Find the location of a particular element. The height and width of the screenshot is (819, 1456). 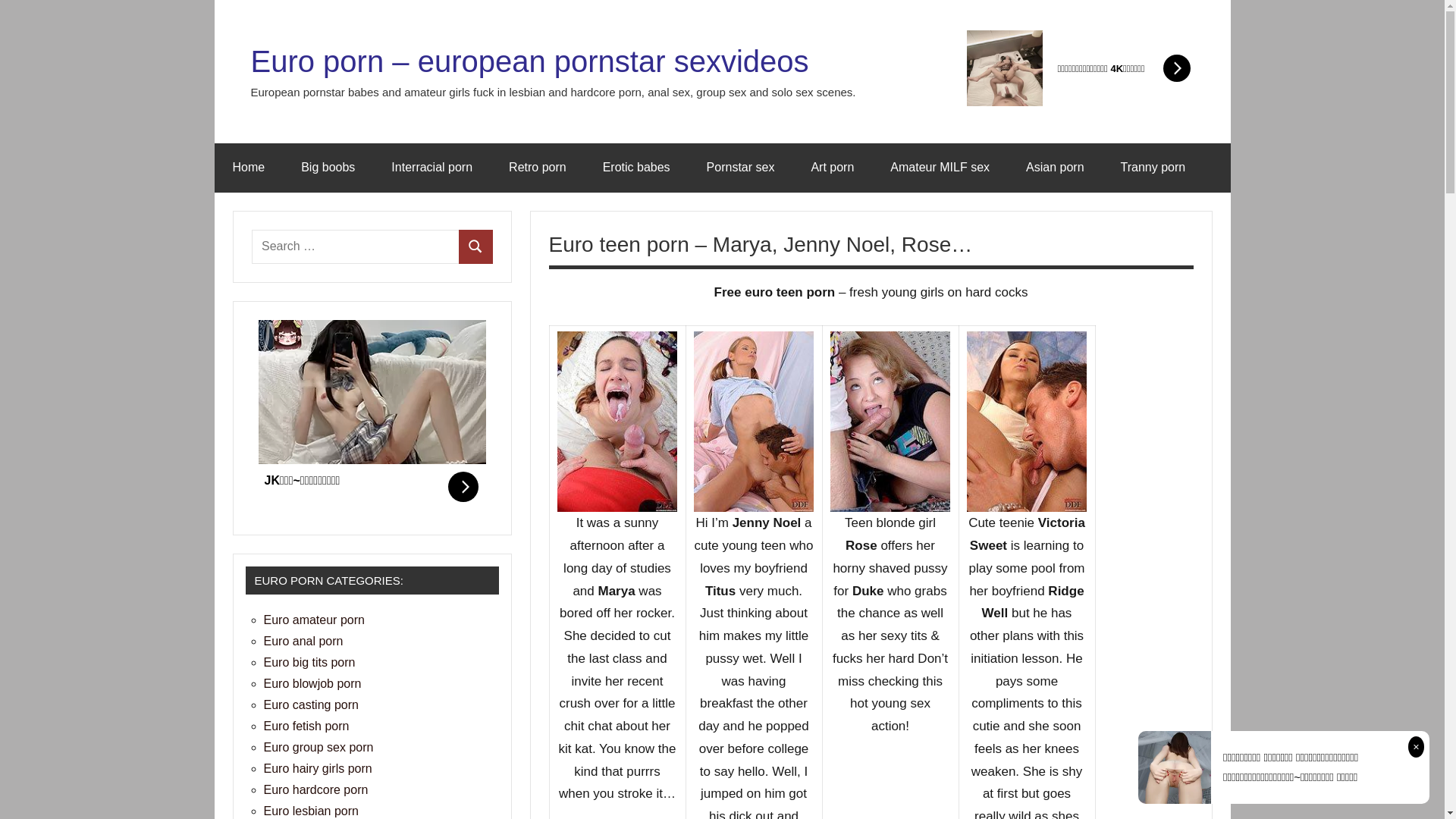

'Euro blowjob porn' is located at coordinates (312, 683).